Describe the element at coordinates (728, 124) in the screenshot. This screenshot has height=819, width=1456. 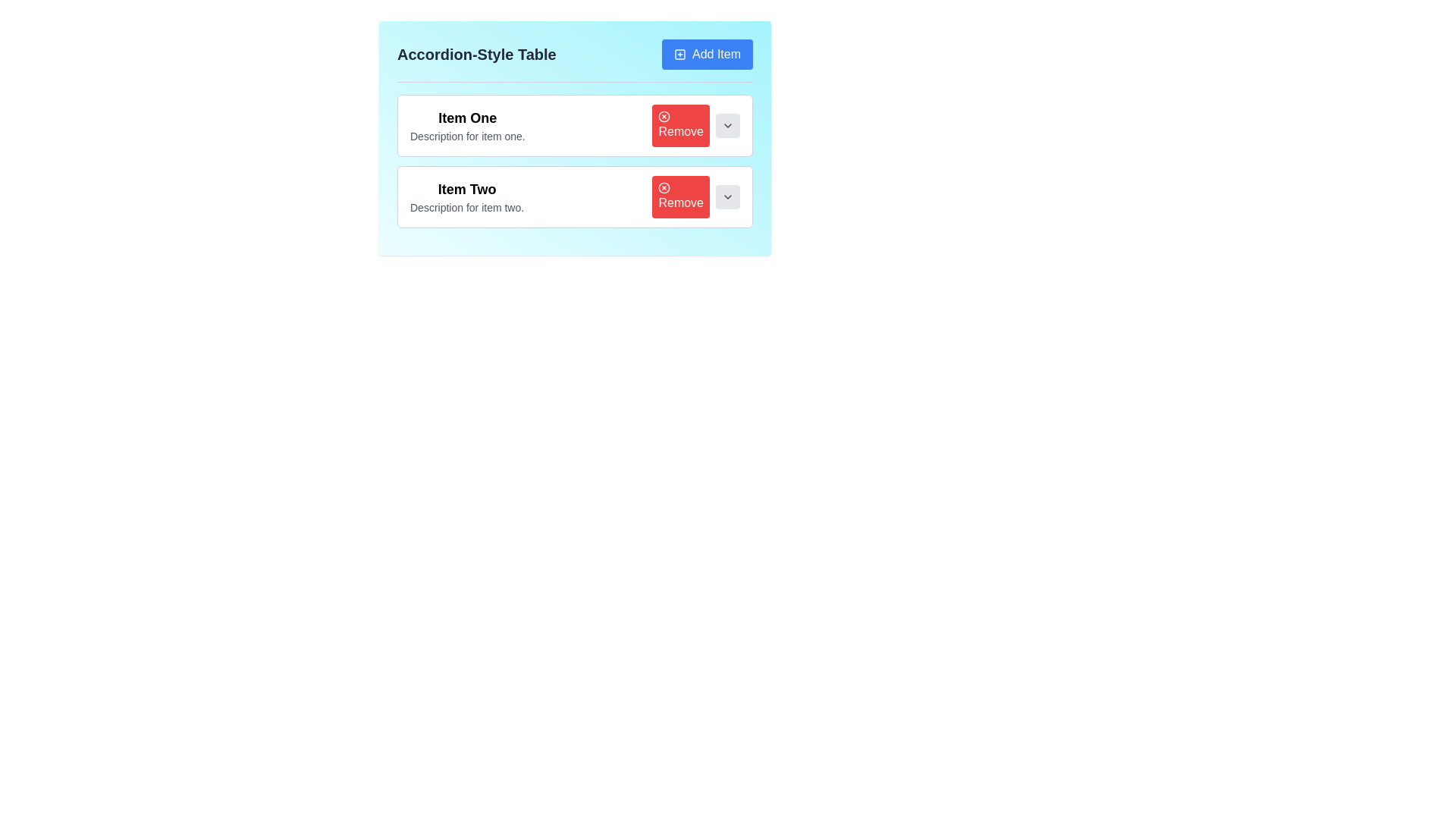
I see `the dropdown toggle button with an icon located to the right of the red 'Remove' button in the second row of the accordion-style table` at that location.